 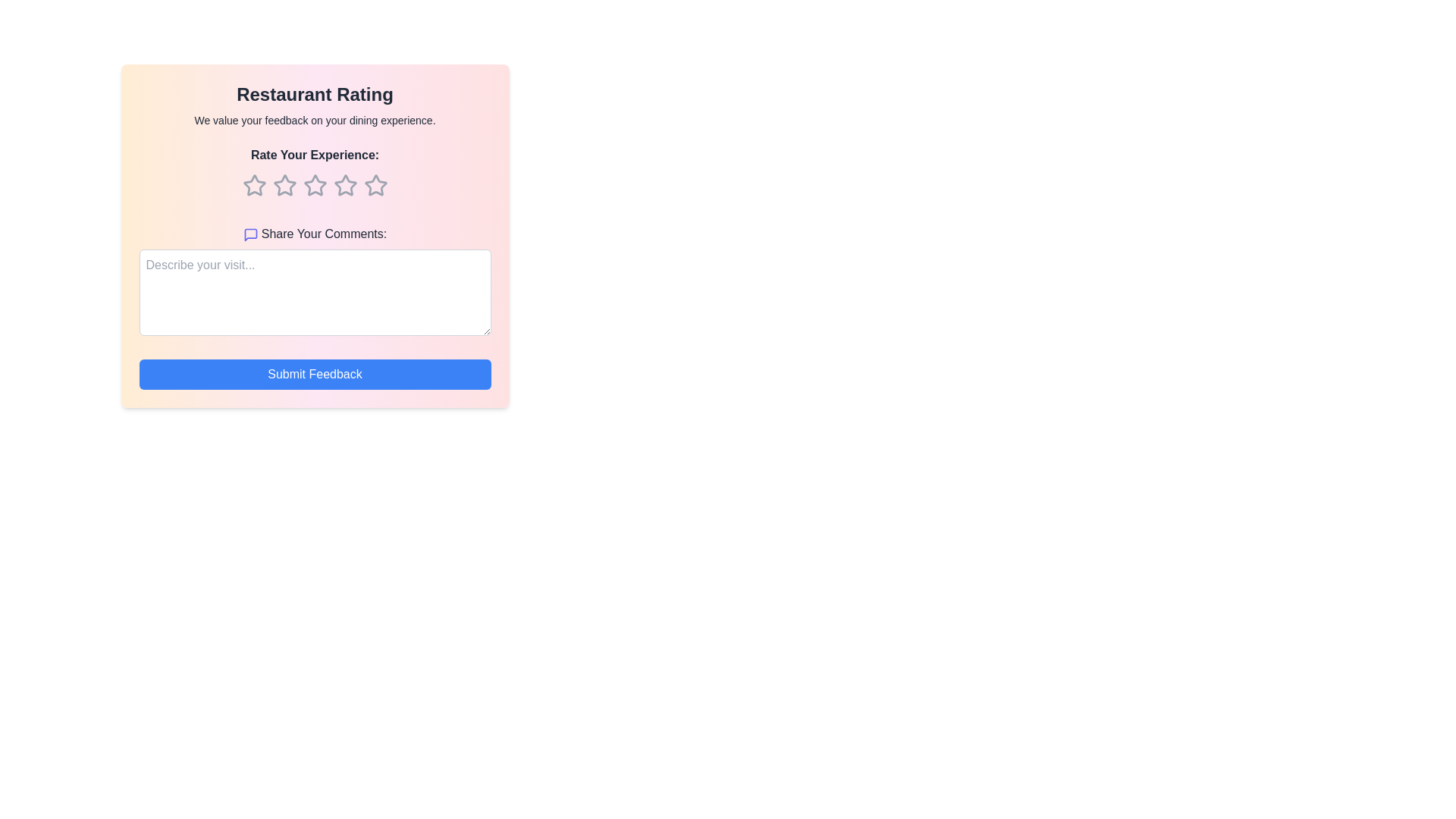 What do you see at coordinates (254, 185) in the screenshot?
I see `the first star icon in the rating system located under the 'Rate Your Experience:' label in the feedback form titled 'Restaurant Rating'` at bounding box center [254, 185].